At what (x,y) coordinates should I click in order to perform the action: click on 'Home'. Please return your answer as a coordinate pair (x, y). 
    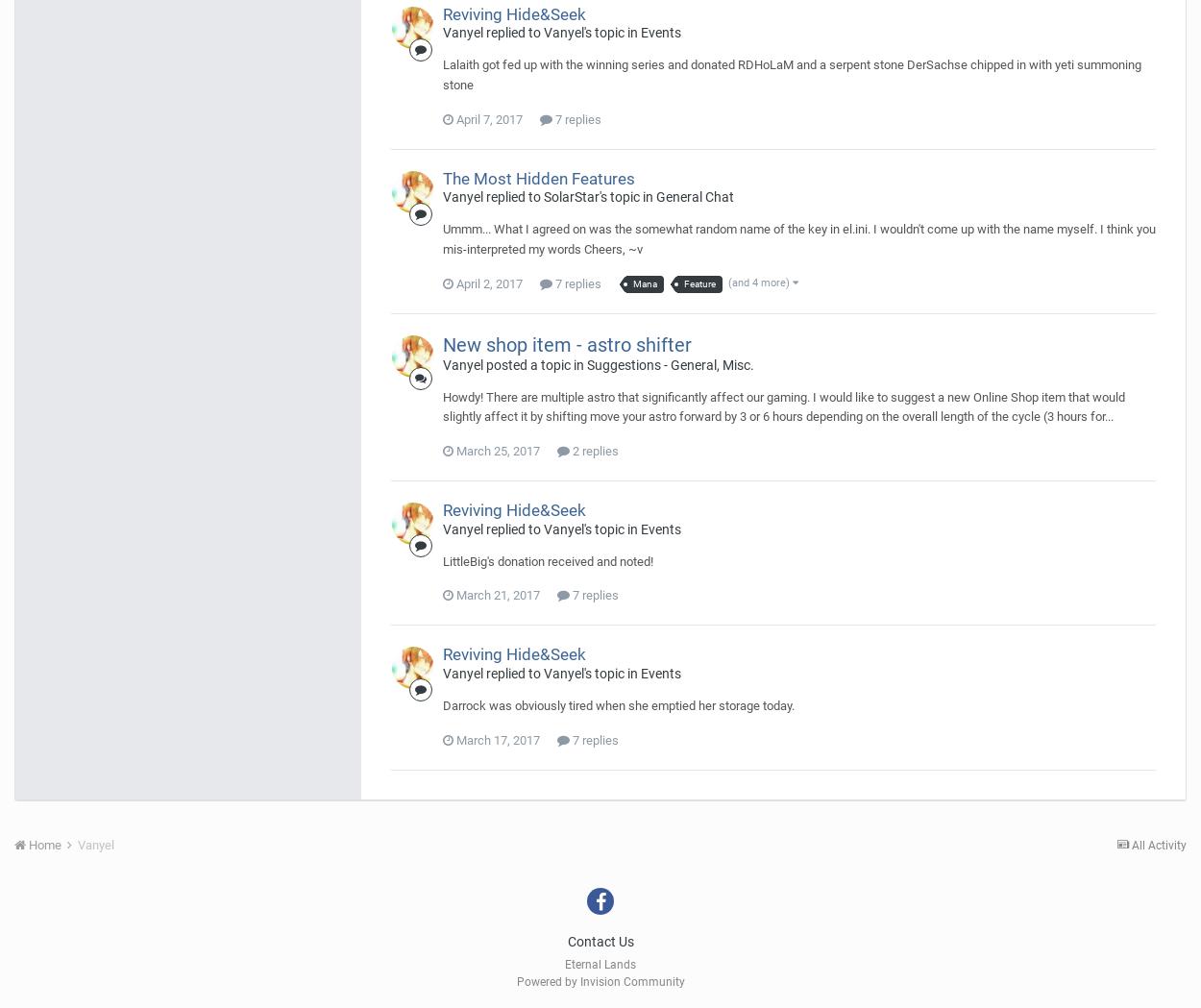
    Looking at the image, I should click on (26, 844).